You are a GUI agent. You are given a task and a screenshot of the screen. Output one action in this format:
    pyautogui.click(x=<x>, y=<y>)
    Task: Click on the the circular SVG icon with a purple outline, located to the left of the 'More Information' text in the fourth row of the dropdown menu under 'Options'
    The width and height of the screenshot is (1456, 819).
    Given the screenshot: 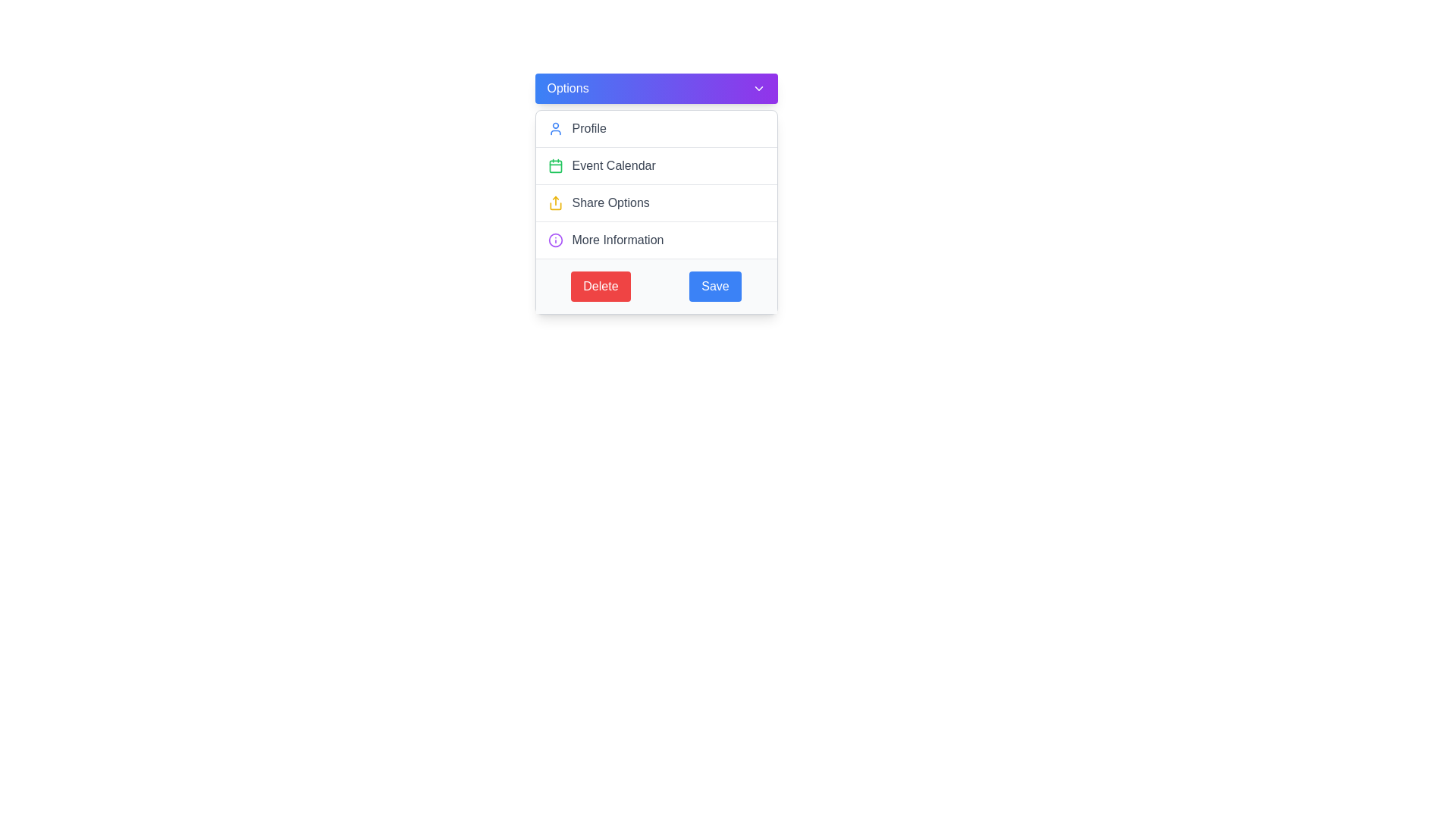 What is the action you would take?
    pyautogui.click(x=554, y=239)
    